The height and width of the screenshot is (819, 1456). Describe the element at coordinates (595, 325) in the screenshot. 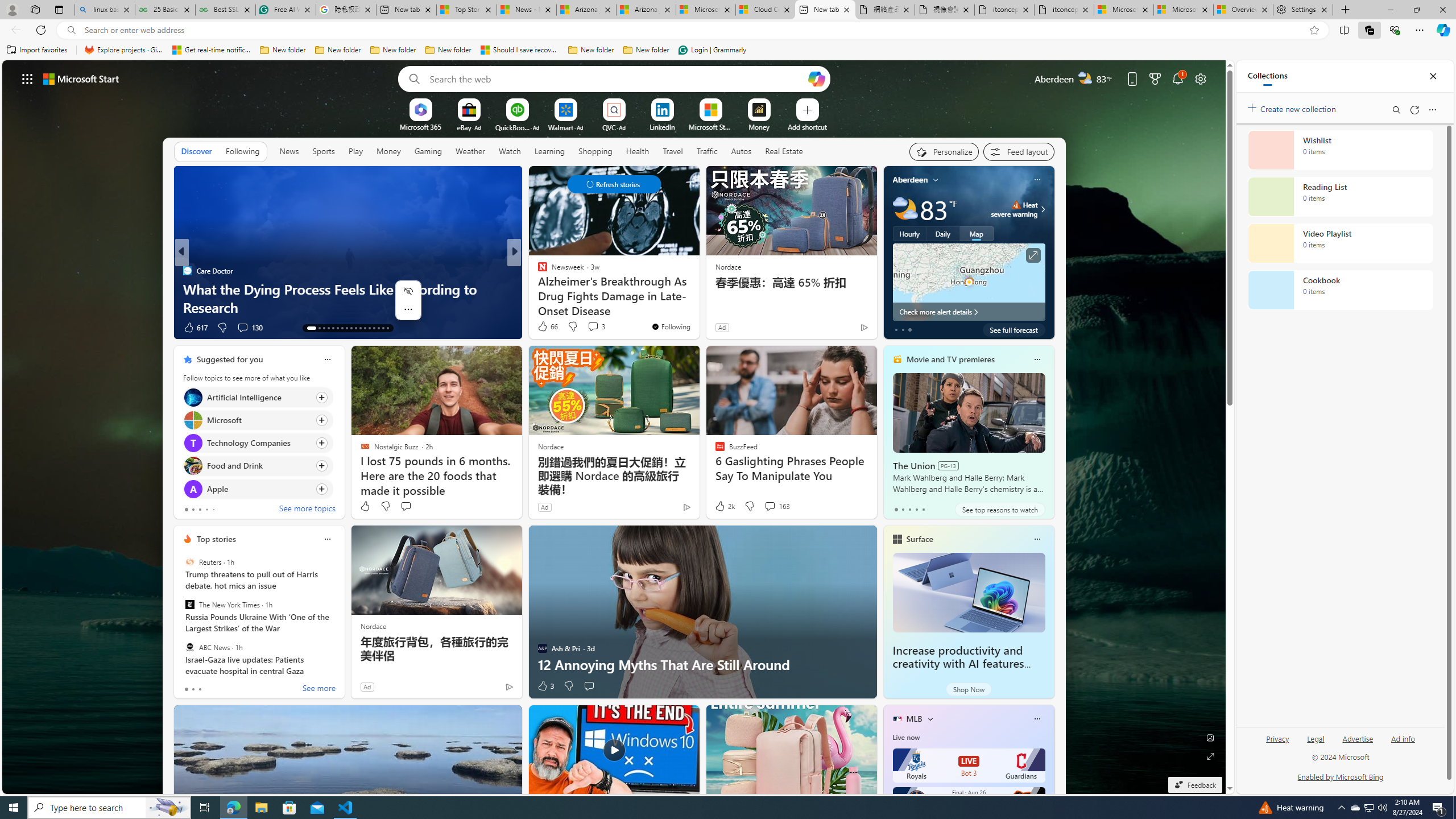

I see `'View comments 3 Comment'` at that location.